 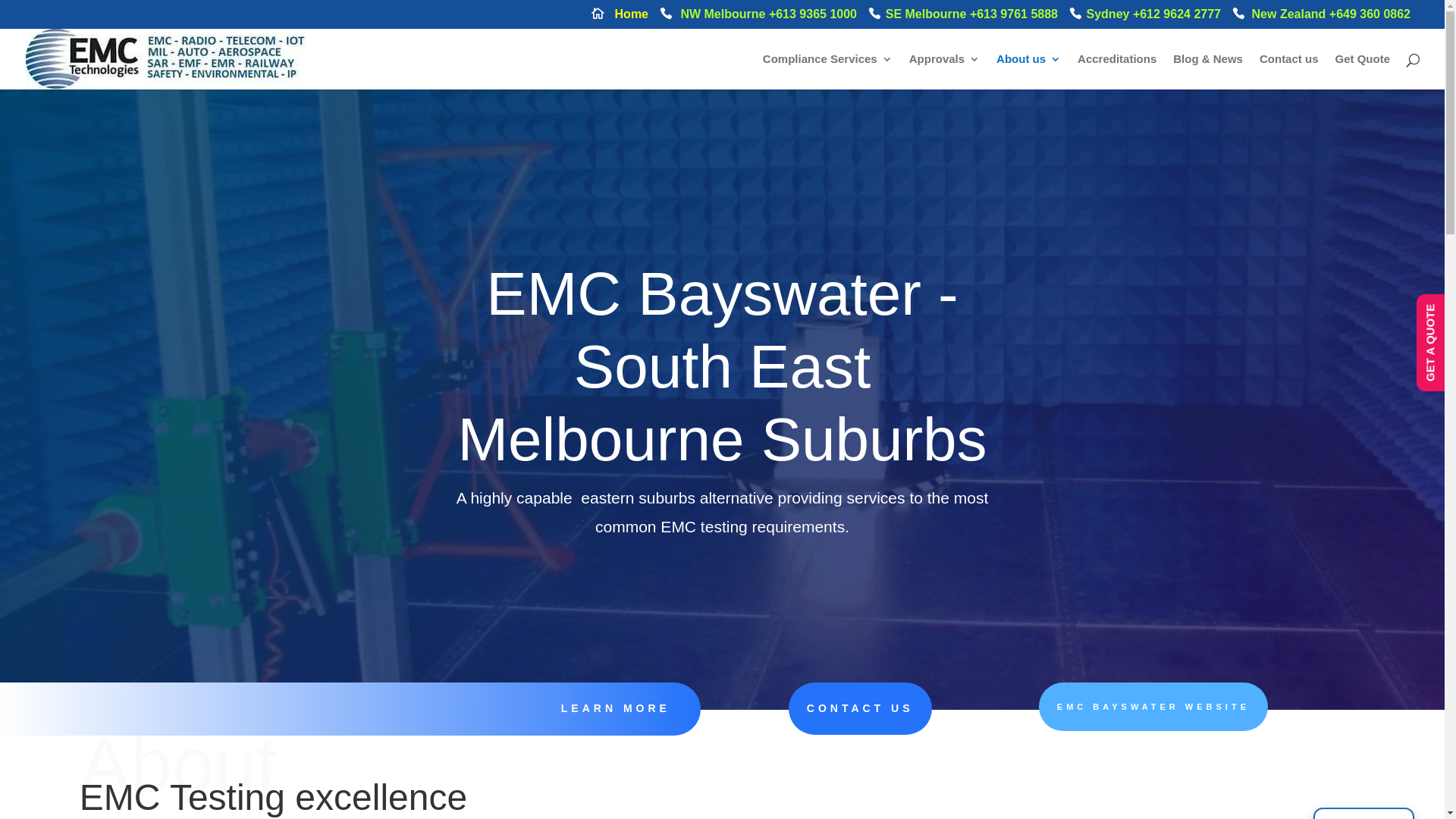 What do you see at coordinates (860, 708) in the screenshot?
I see `'CONTACT US'` at bounding box center [860, 708].